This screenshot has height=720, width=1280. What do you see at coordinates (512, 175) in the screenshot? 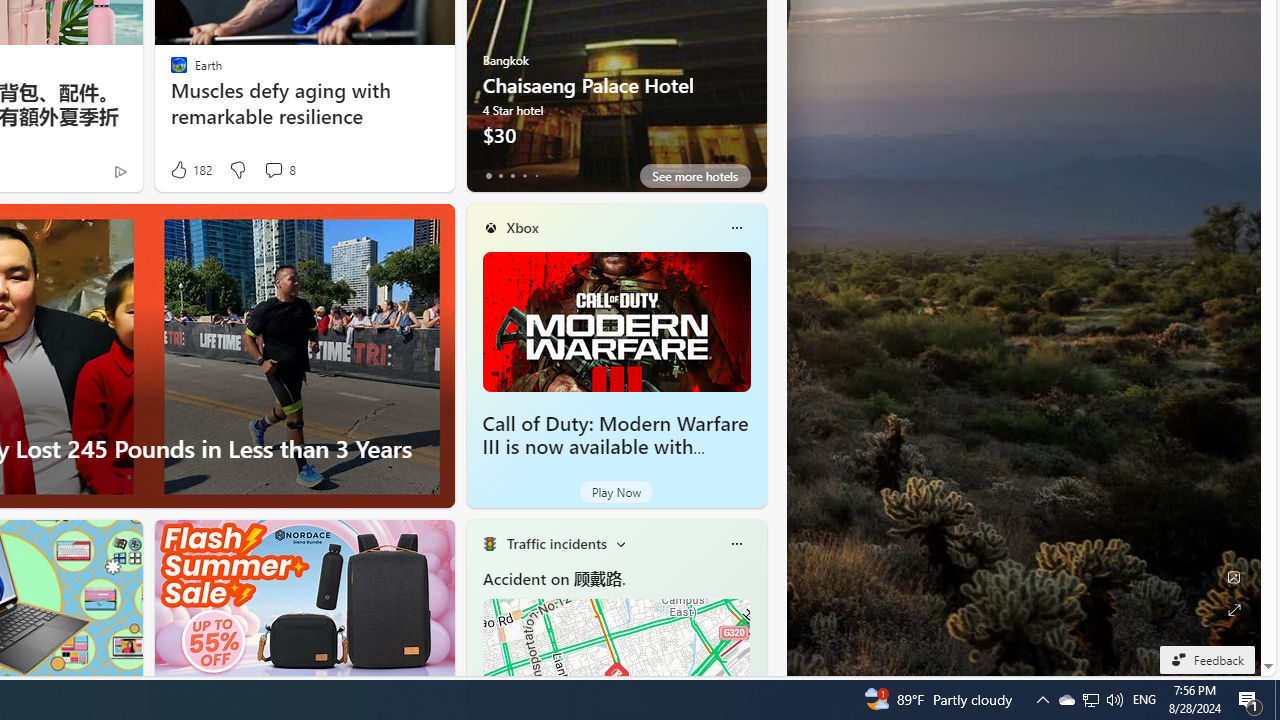
I see `'tab-2'` at bounding box center [512, 175].